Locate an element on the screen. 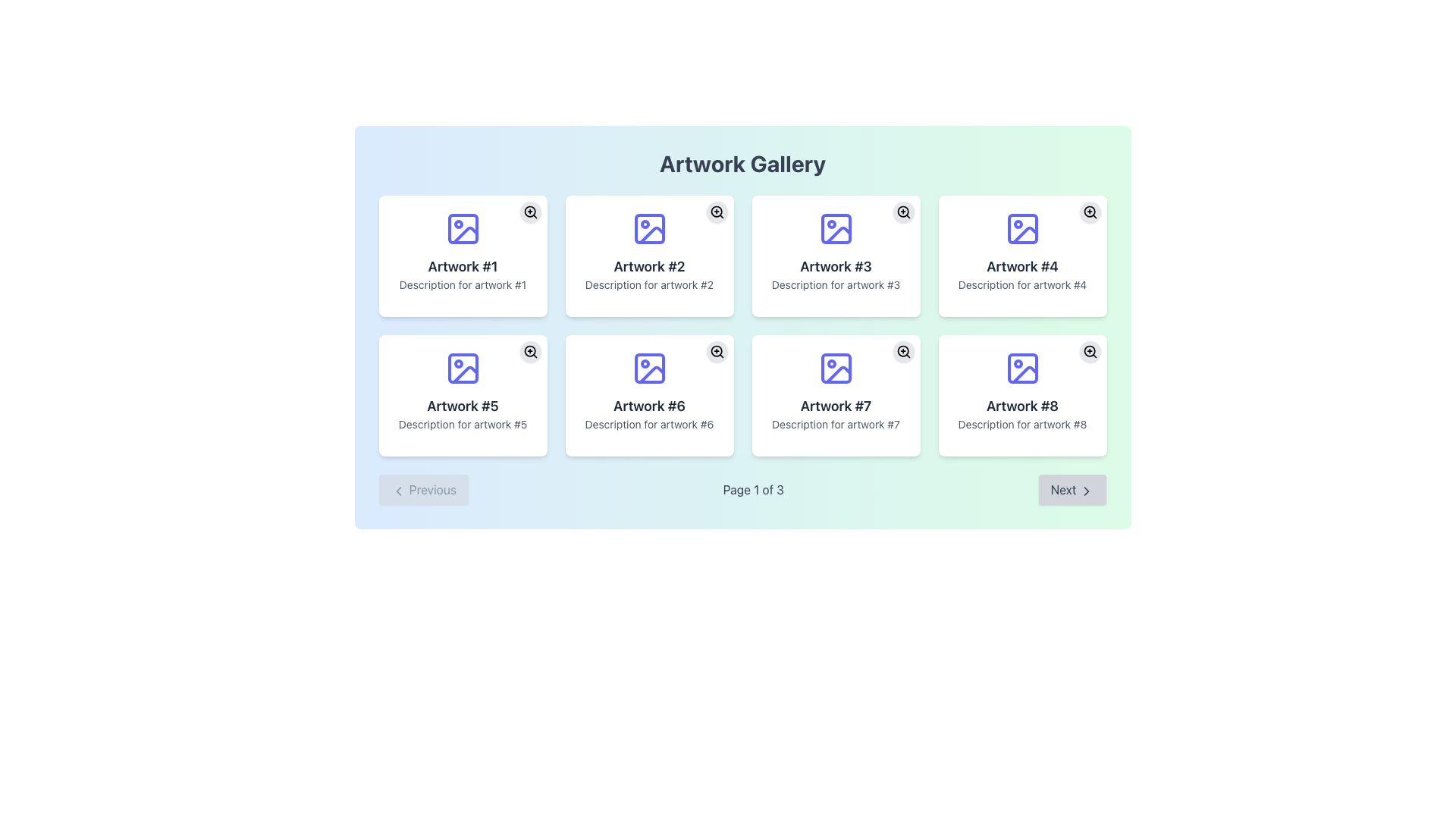 Image resolution: width=1456 pixels, height=819 pixels. the right-facing chevron arrow icon located inside the navigation button at the bottom-right corner of the interface is located at coordinates (1086, 491).